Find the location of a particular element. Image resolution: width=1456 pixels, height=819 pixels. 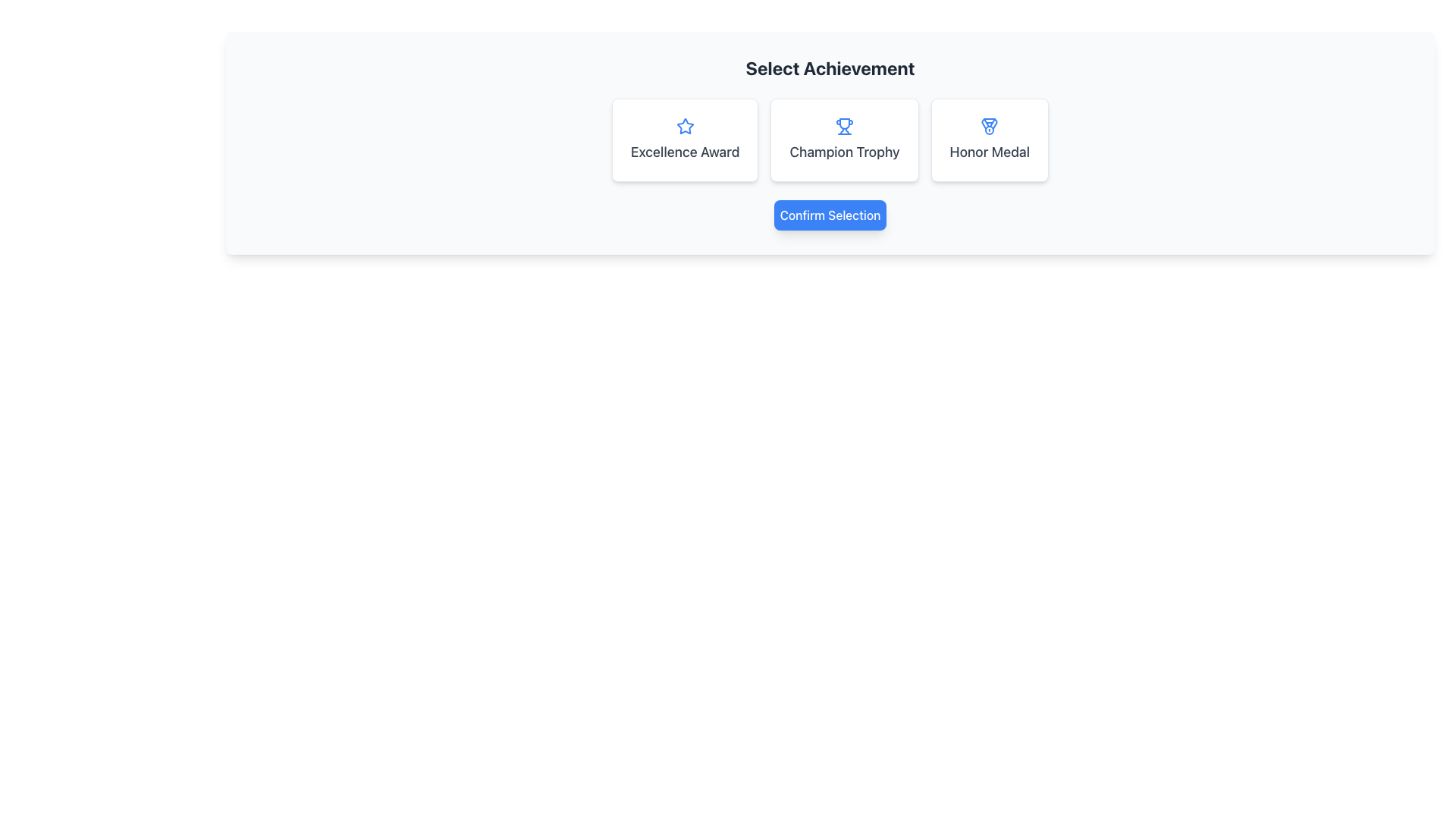

the 'Honor Medal' card, which is the third card in a horizontal set of three is located at coordinates (990, 140).